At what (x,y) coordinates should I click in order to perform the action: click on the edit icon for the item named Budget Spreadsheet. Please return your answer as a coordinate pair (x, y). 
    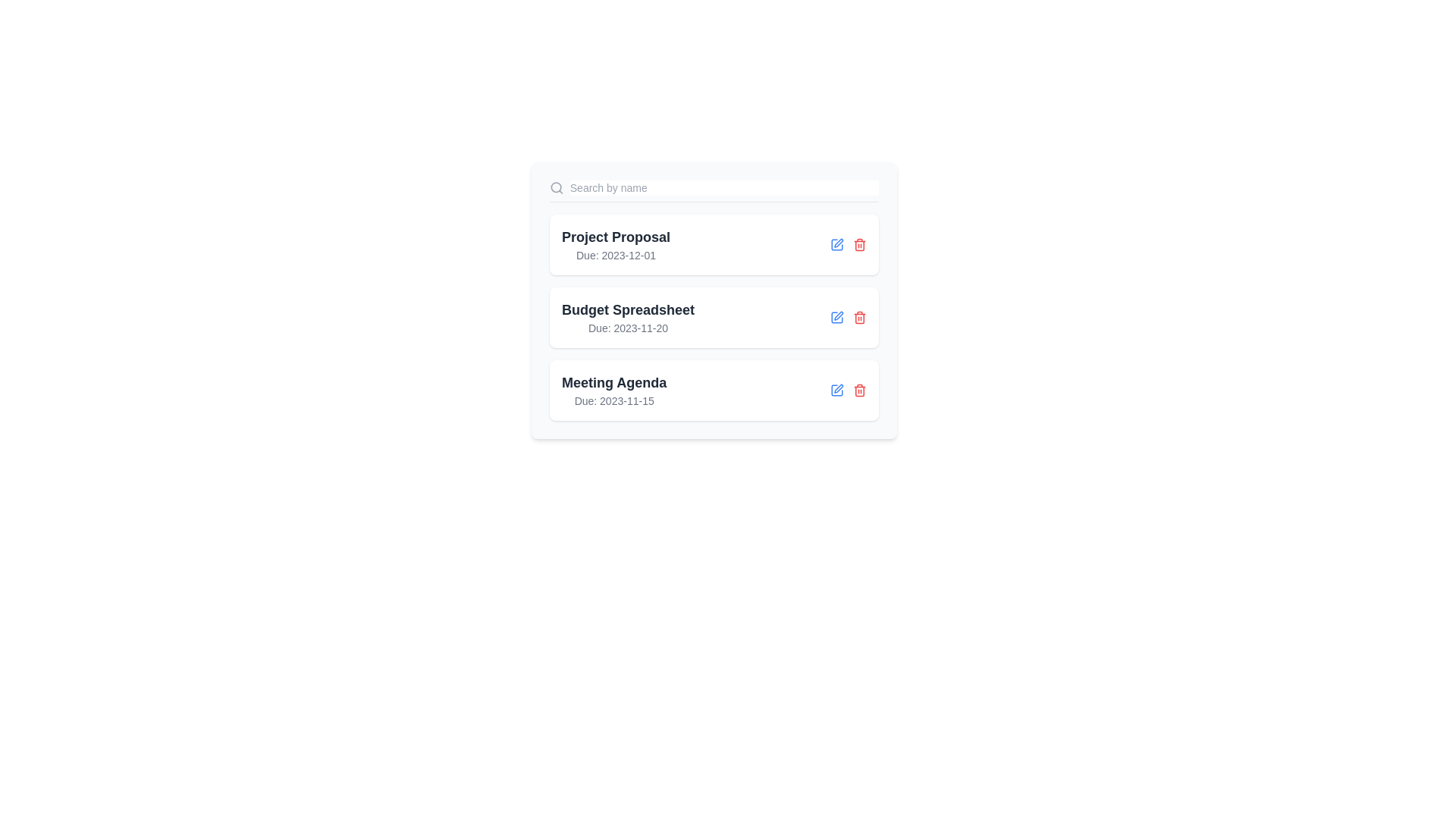
    Looking at the image, I should click on (836, 317).